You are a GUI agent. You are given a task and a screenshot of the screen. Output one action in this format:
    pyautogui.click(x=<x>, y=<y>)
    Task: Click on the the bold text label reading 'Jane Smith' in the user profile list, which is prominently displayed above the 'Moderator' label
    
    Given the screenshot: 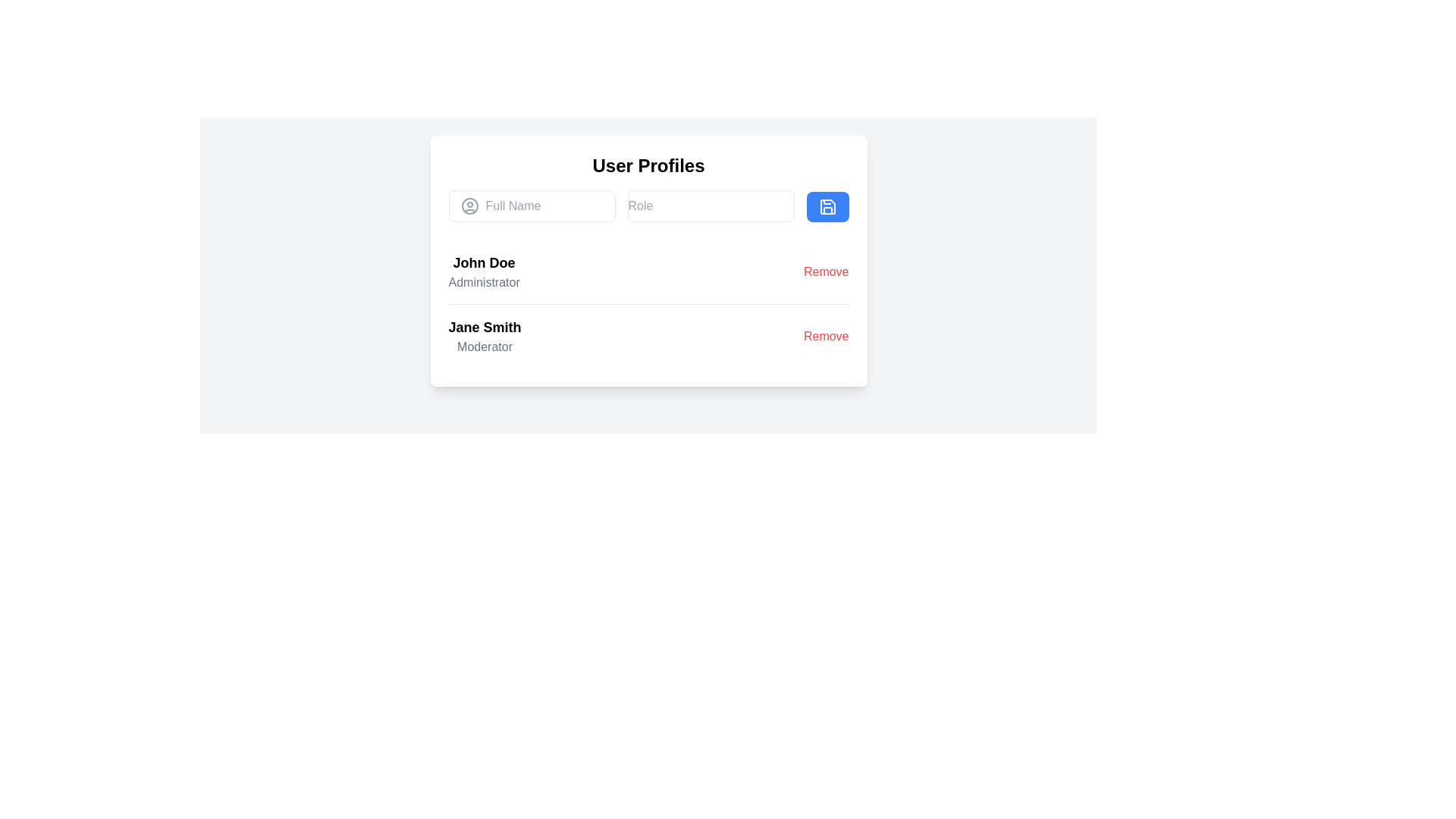 What is the action you would take?
    pyautogui.click(x=484, y=327)
    